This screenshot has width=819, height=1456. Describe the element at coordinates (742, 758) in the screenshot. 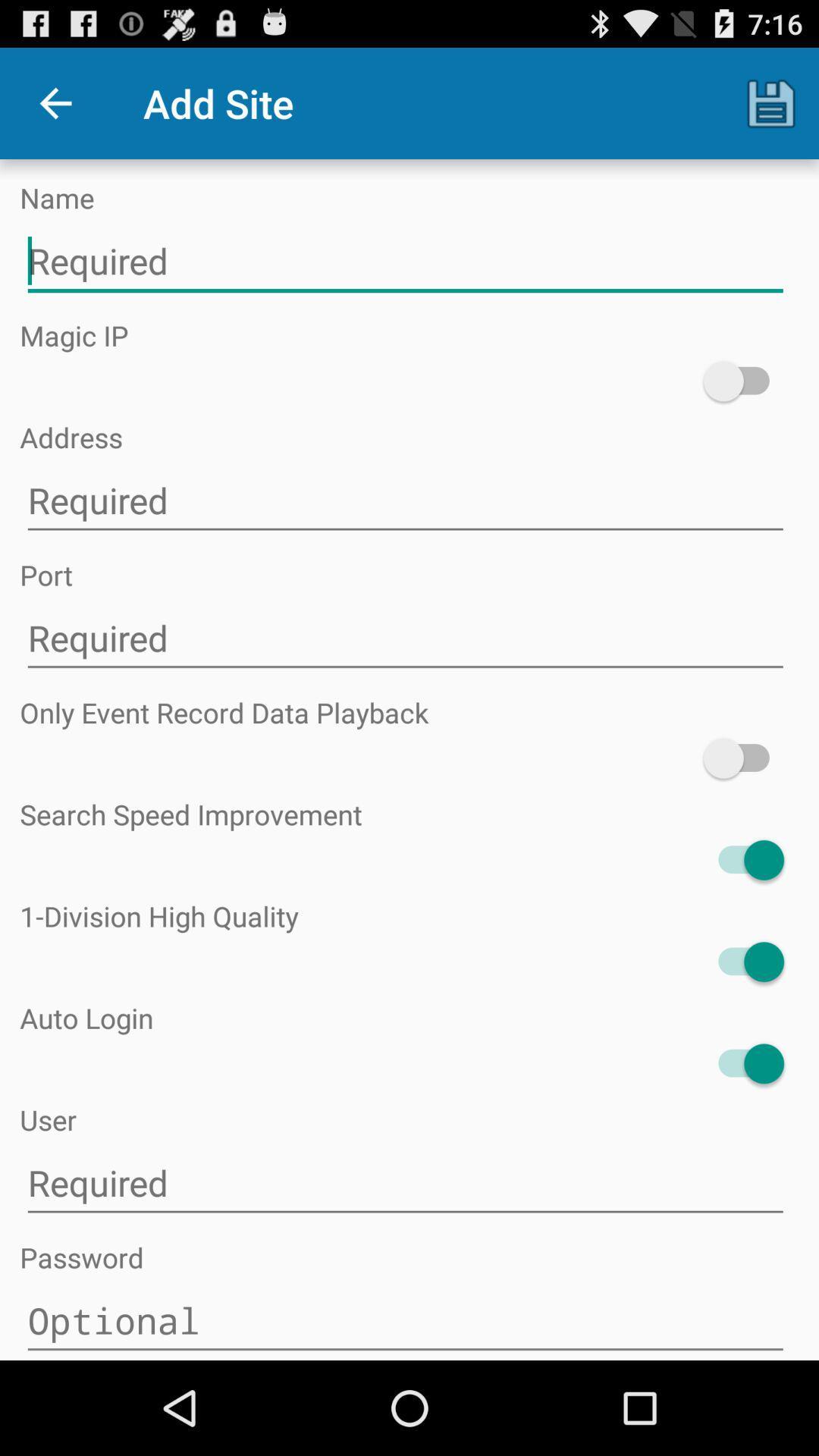

I see `only event record data playback` at that location.